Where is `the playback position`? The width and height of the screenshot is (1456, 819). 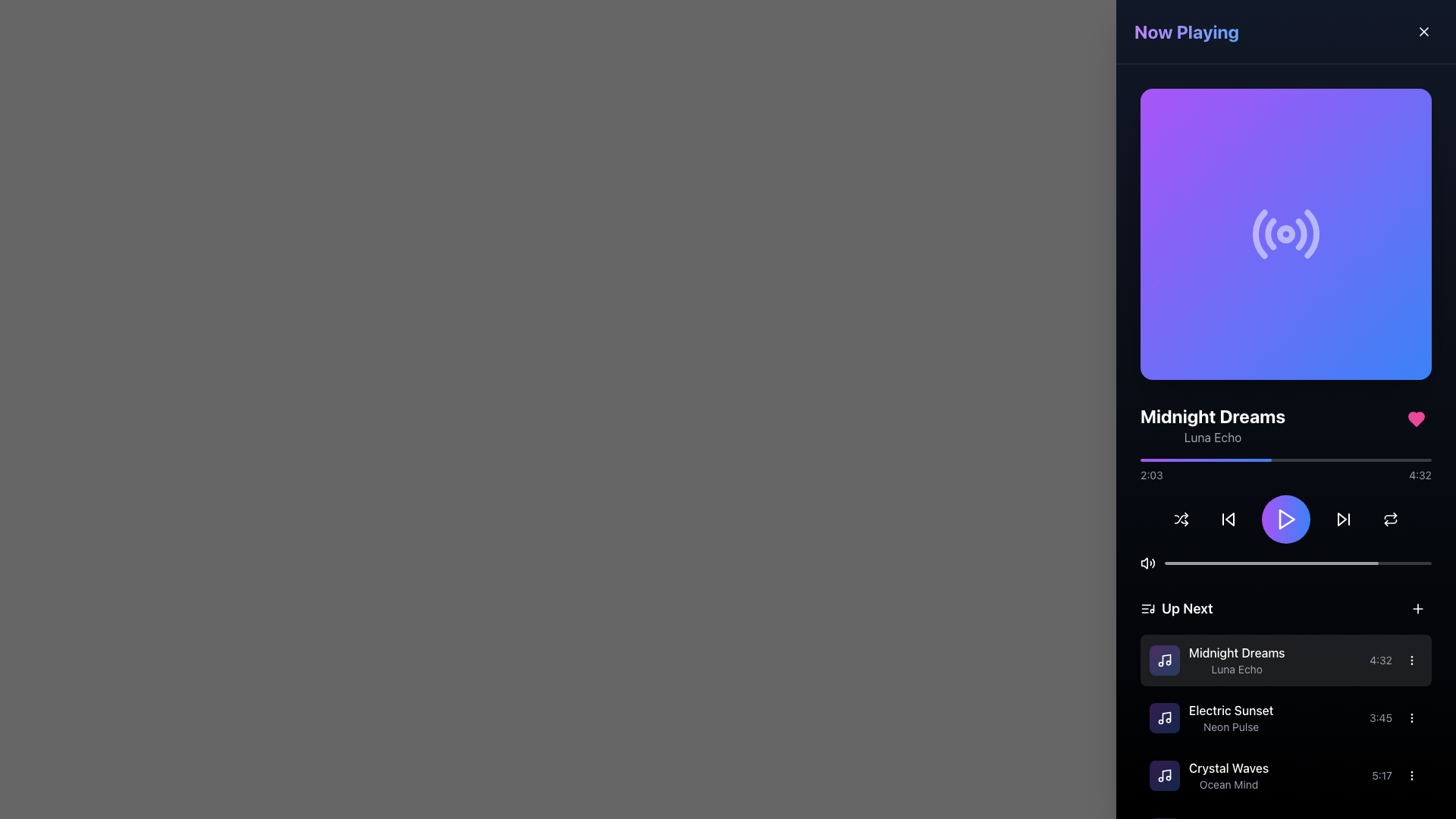 the playback position is located at coordinates (1192, 459).